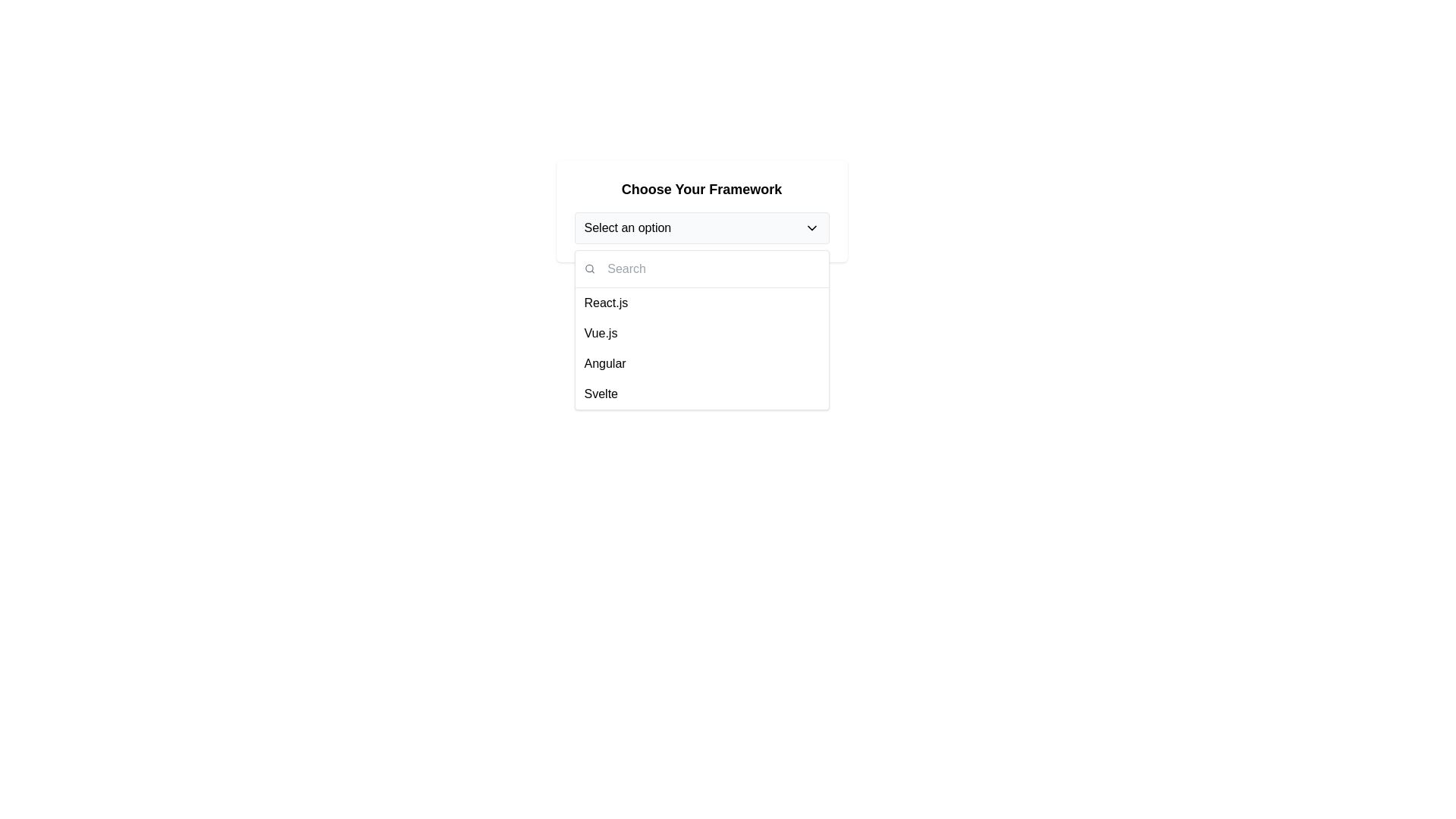 This screenshot has width=1456, height=819. Describe the element at coordinates (701, 329) in the screenshot. I see `the highlighted option 'Vue.js' in the dropdown menu located centrally below the 'Select an option' selection box` at that location.